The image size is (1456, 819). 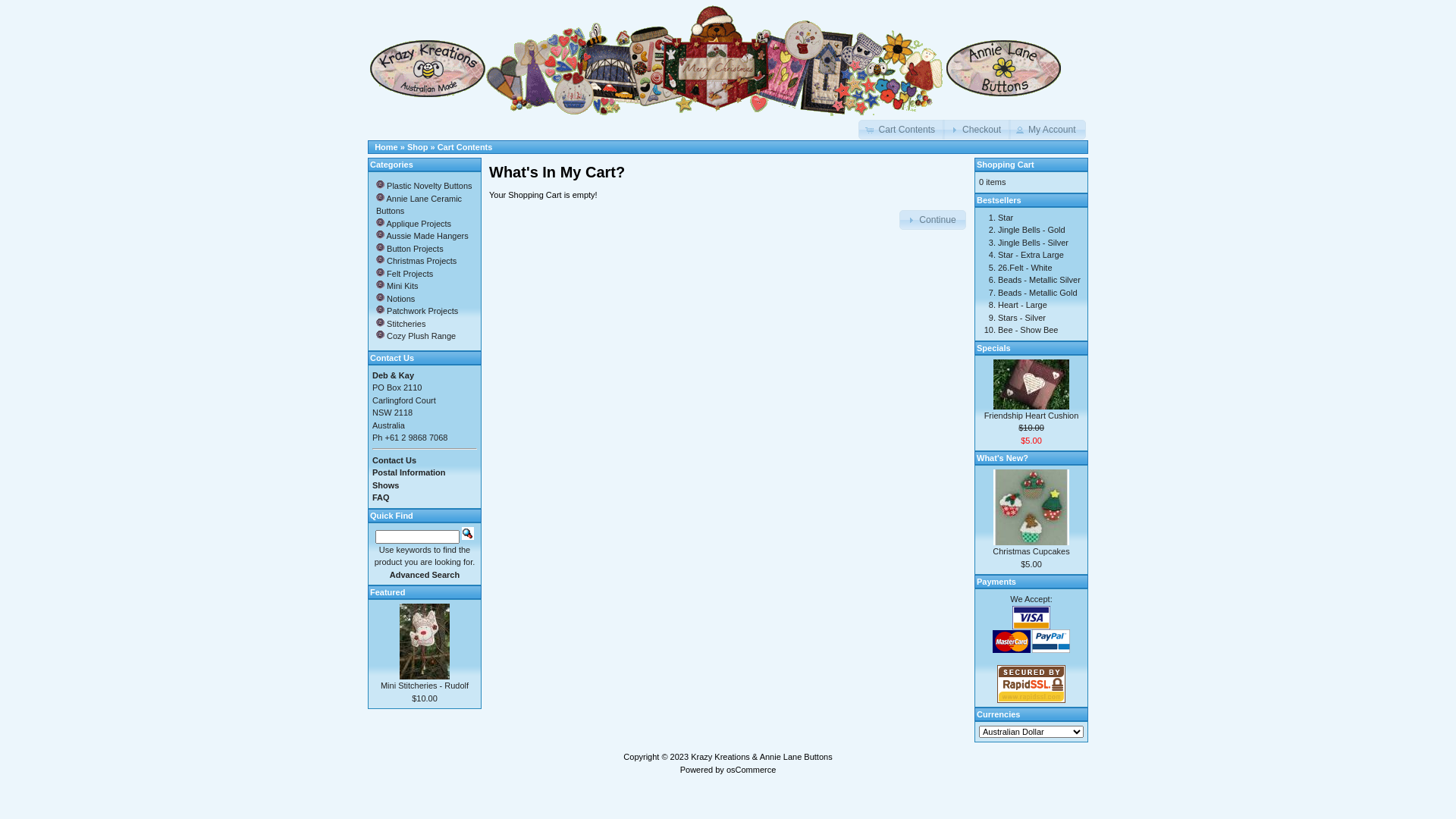 I want to click on 'Beads - Metallic Silver', so click(x=1038, y=280).